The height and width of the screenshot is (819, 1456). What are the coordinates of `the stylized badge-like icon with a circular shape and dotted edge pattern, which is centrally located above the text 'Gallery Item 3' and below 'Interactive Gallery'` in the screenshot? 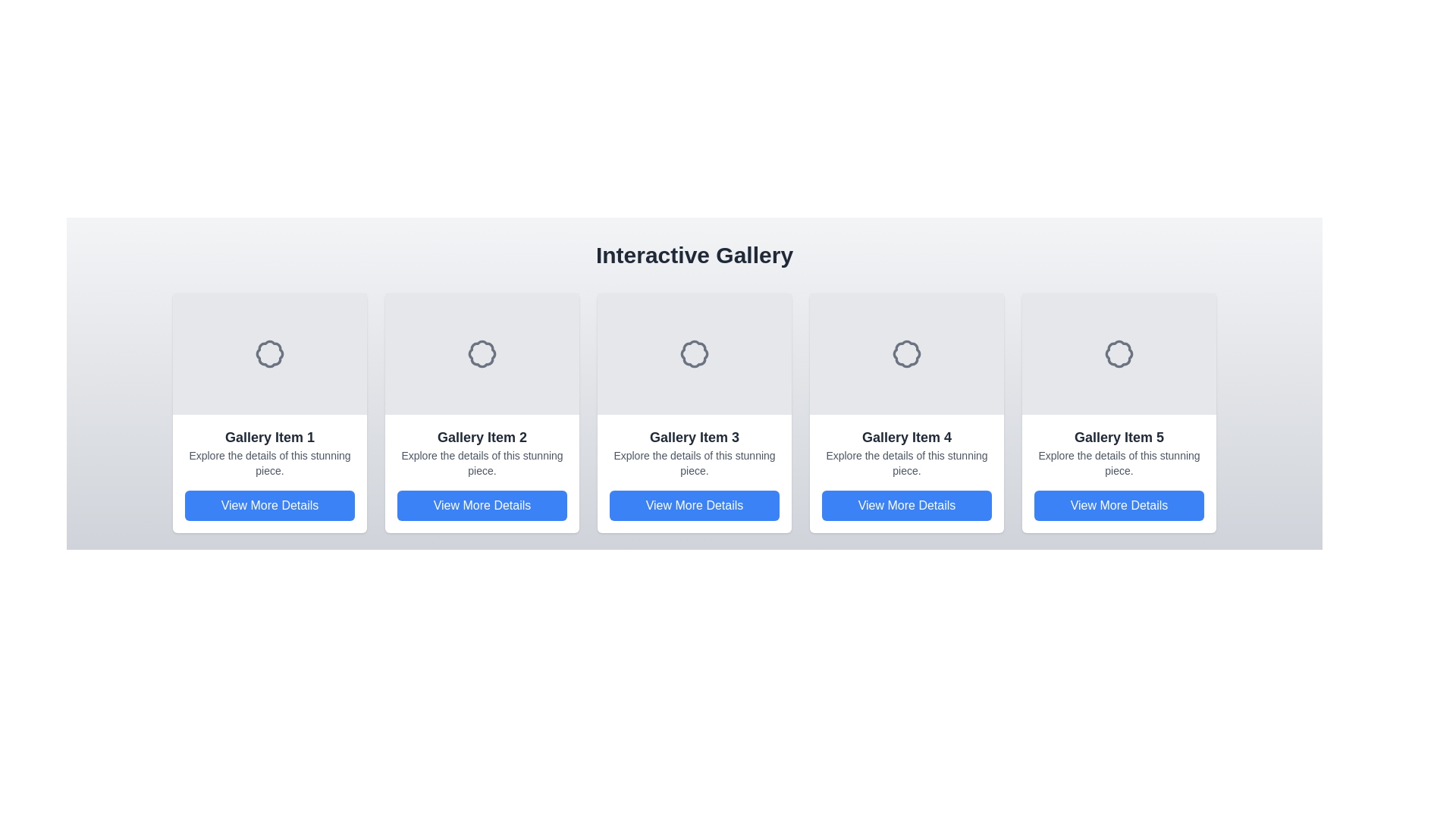 It's located at (694, 353).